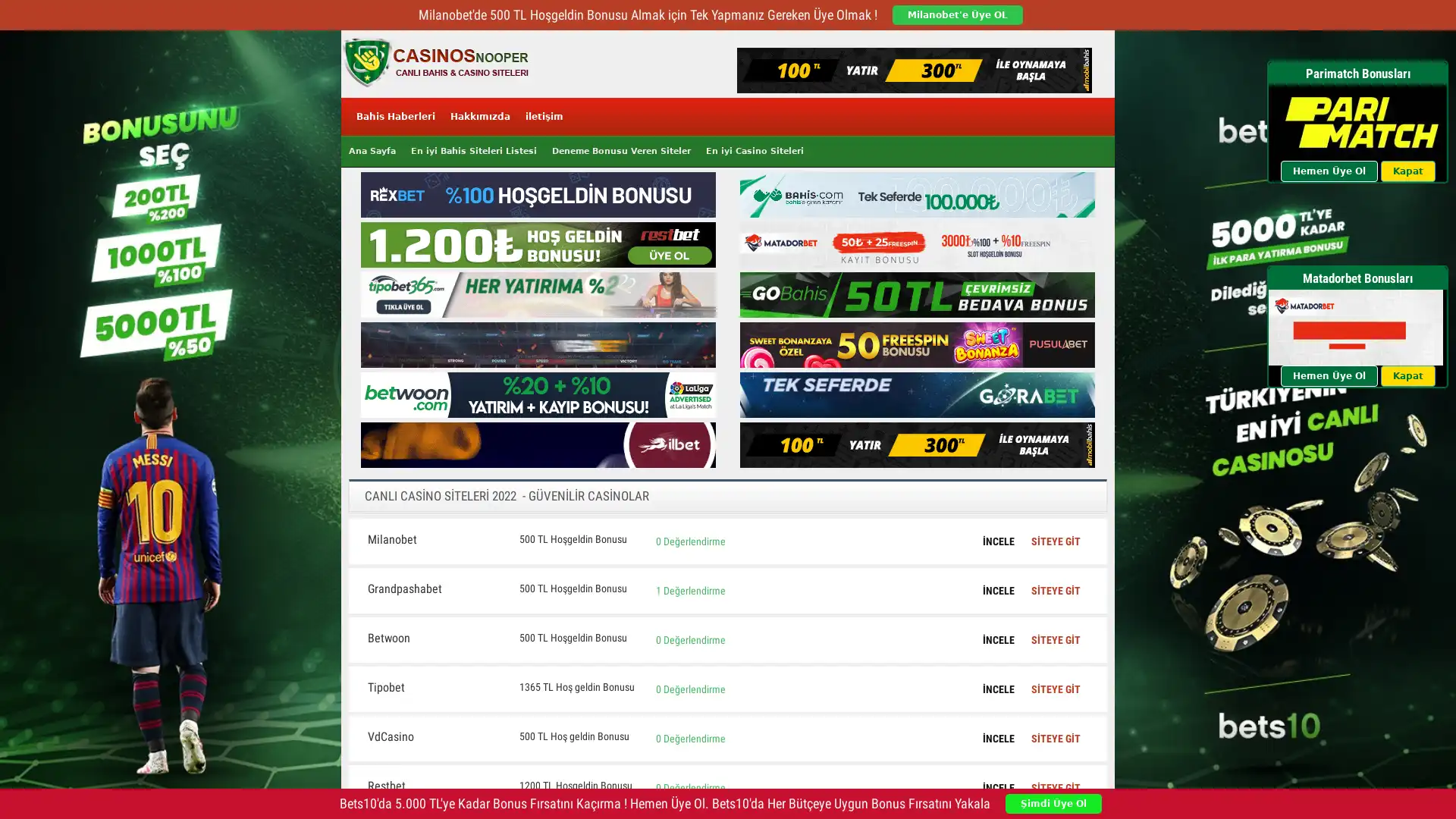  I want to click on Hemen Uye Ol, so click(1328, 171).